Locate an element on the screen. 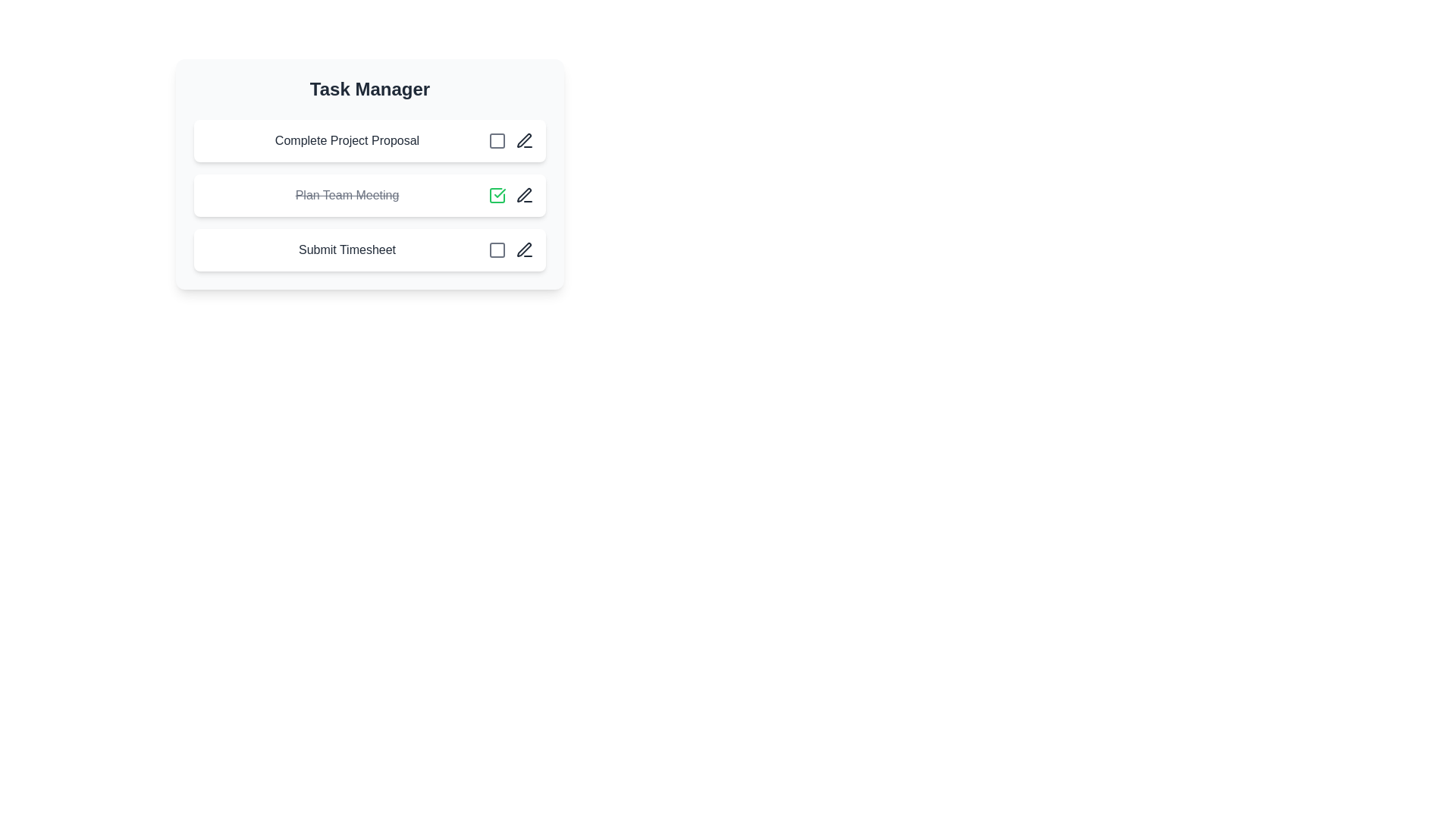  the Static Text Label displaying 'Complete Project Proposal' located in the first task entry of the Task Manager is located at coordinates (346, 140).